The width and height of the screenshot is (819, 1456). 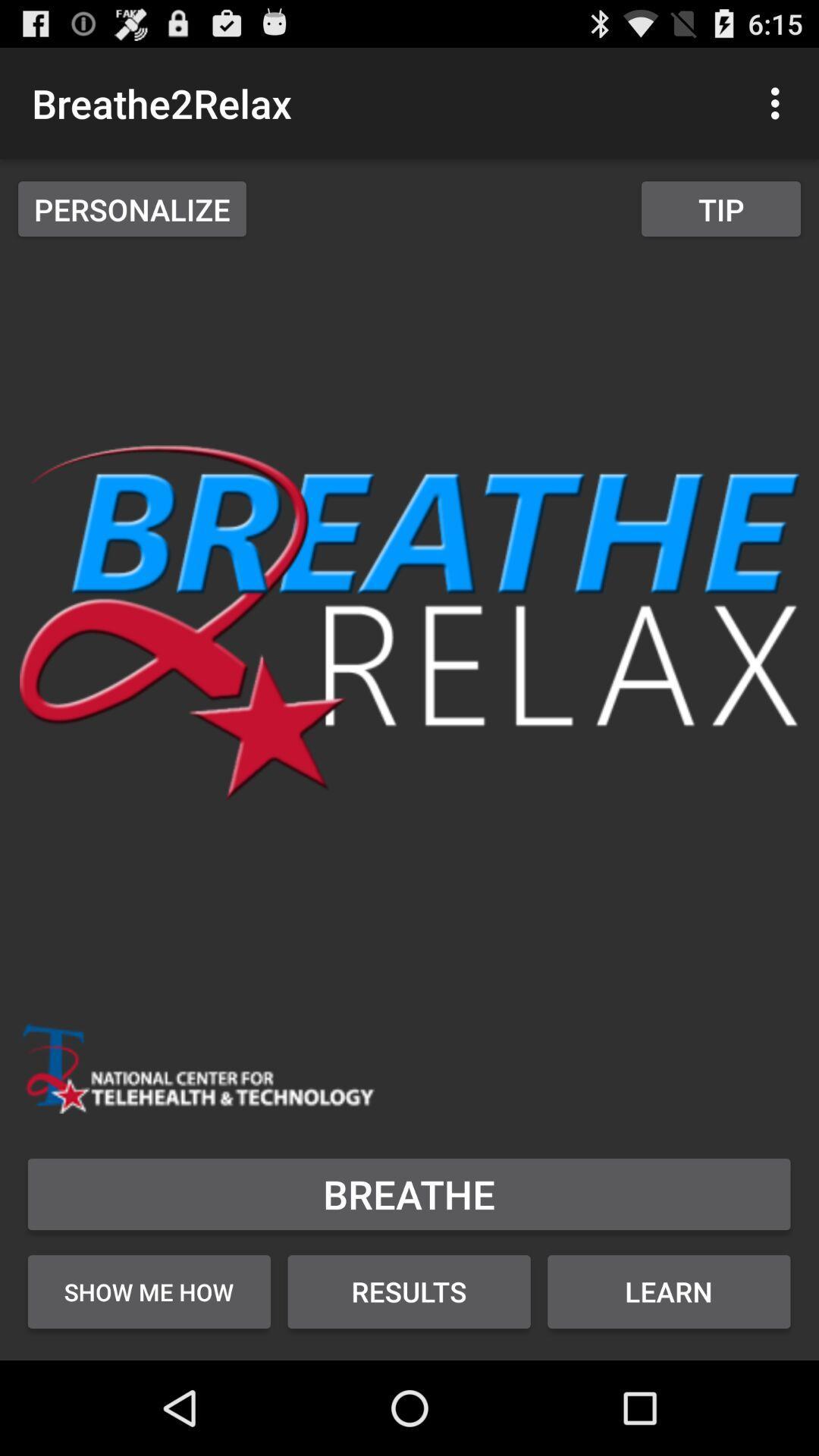 What do you see at coordinates (408, 1291) in the screenshot?
I see `item below the breathe button` at bounding box center [408, 1291].